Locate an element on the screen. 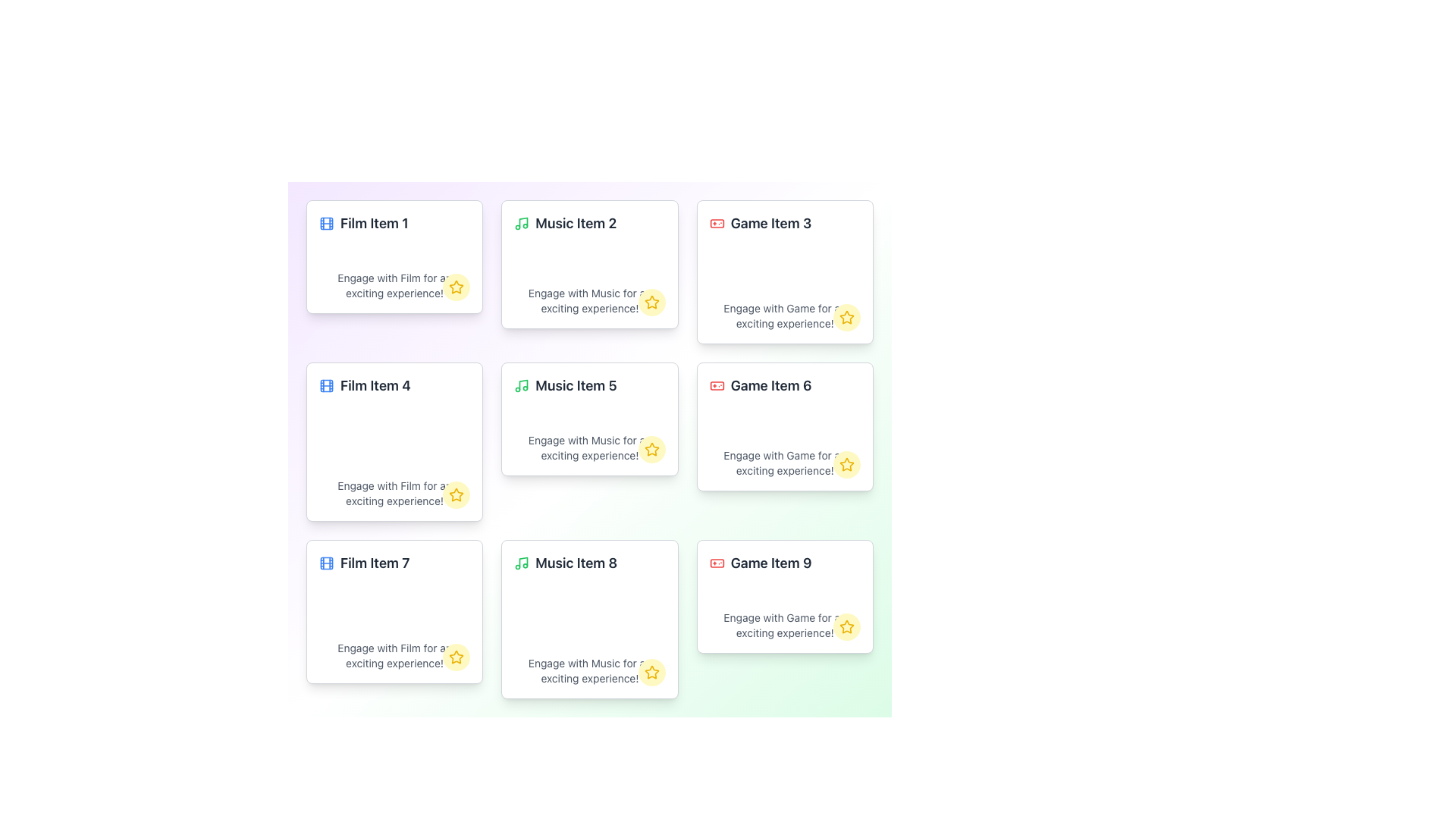 Image resolution: width=1456 pixels, height=819 pixels. the rectangular graphical component with rounded corners located at the center of the gamepad icon, which is positioned in the upper section of the third card in the first row of a 3x3 grid layout is located at coordinates (716, 223).